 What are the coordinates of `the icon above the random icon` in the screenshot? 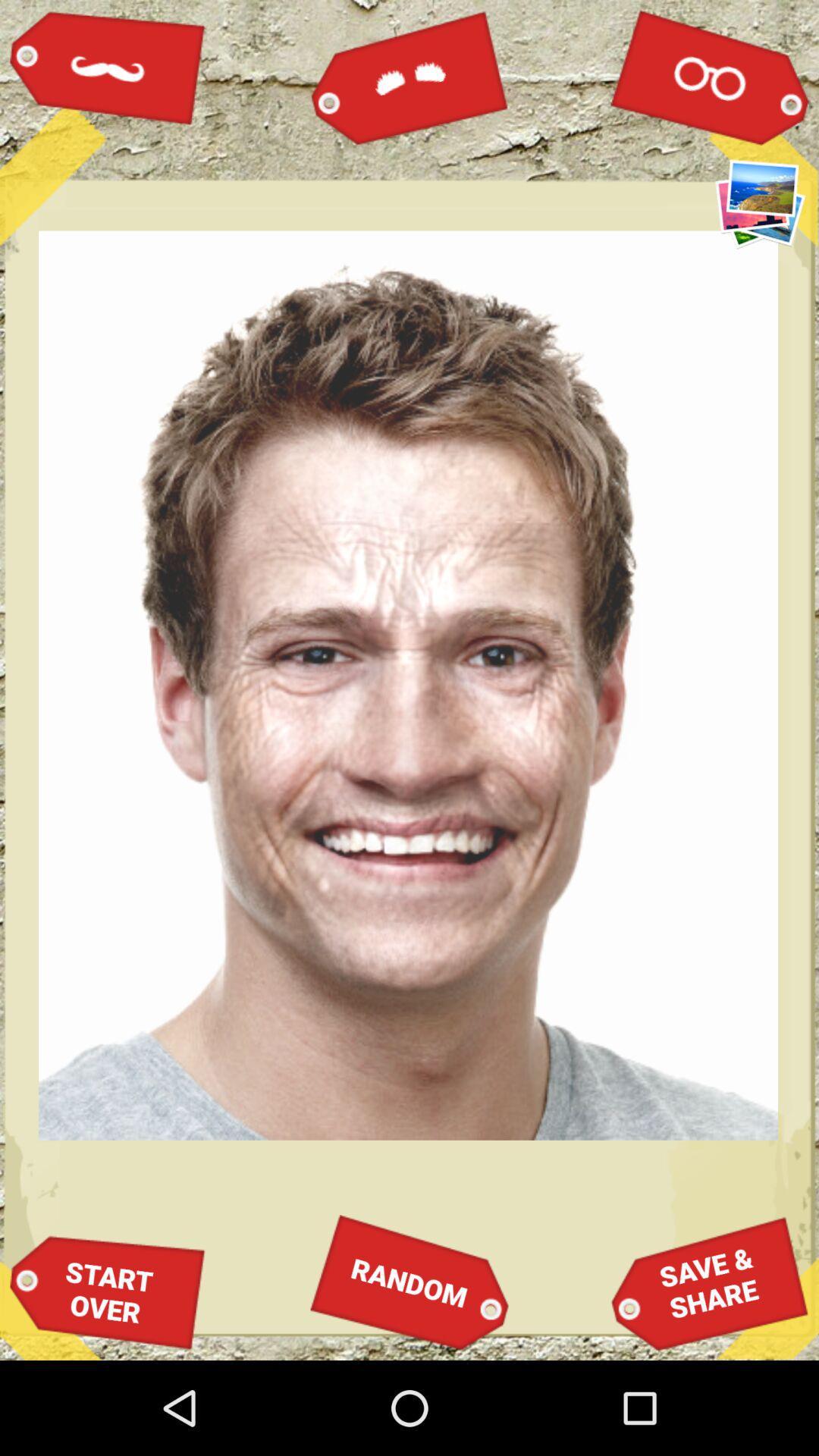 It's located at (409, 76).